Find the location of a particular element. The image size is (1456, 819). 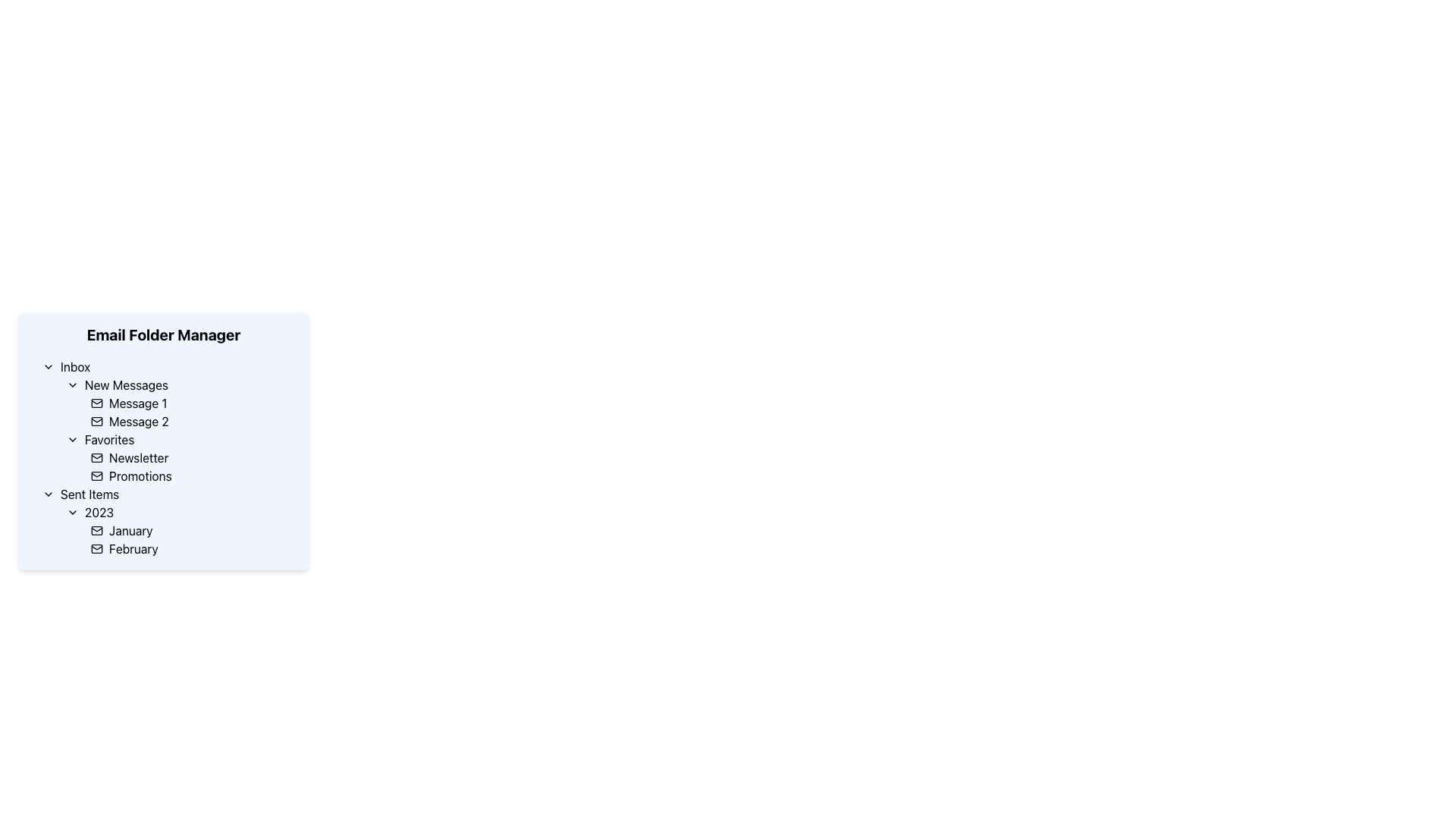

the 'Newsletter' selectable list item located in the 'Favorites' section of the 'Email Folder Manager' interface is located at coordinates (193, 457).